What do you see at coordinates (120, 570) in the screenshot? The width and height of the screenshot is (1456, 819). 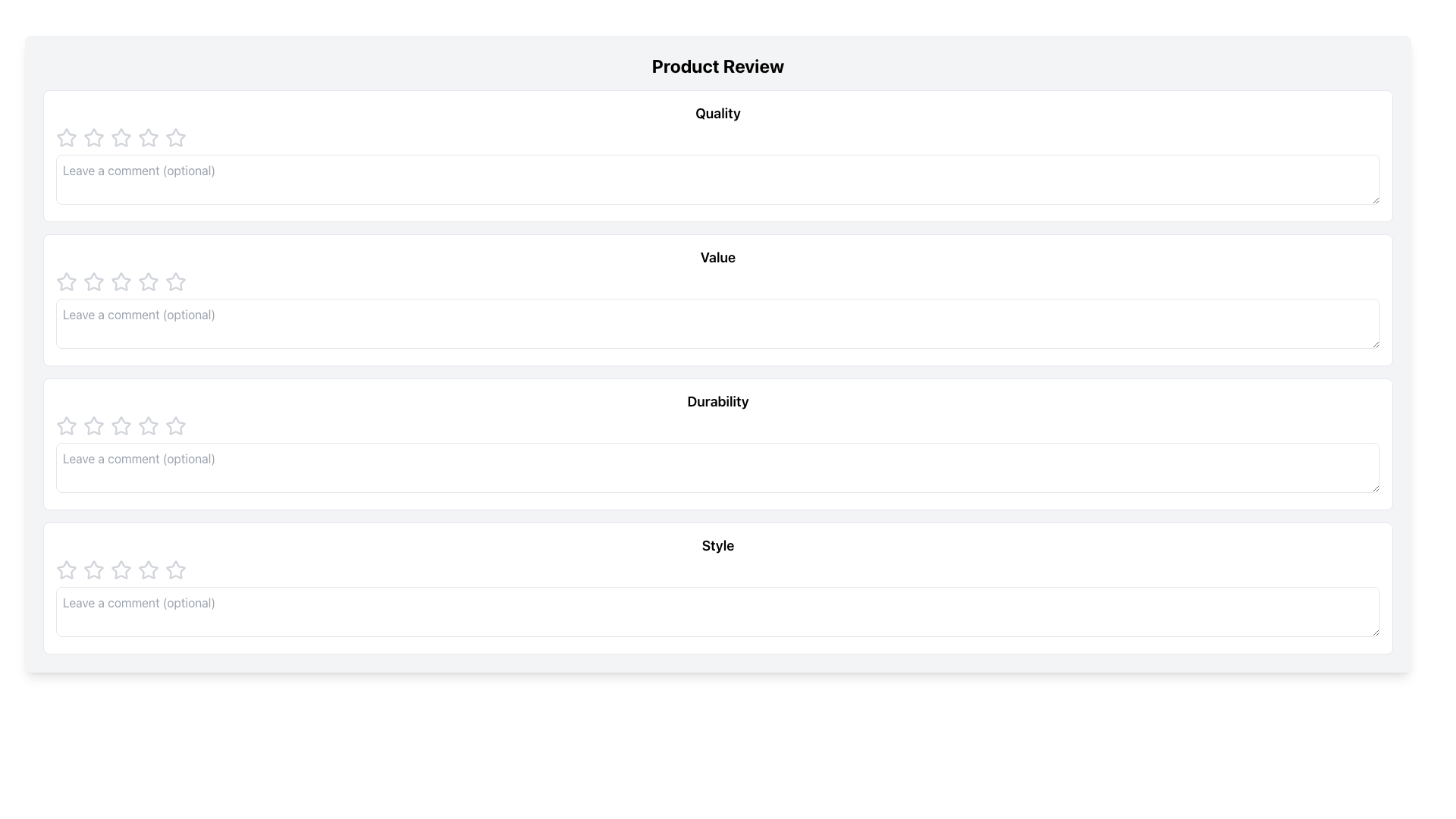 I see `the first interactive star icon, which is light gray and part of the rating stars` at bounding box center [120, 570].